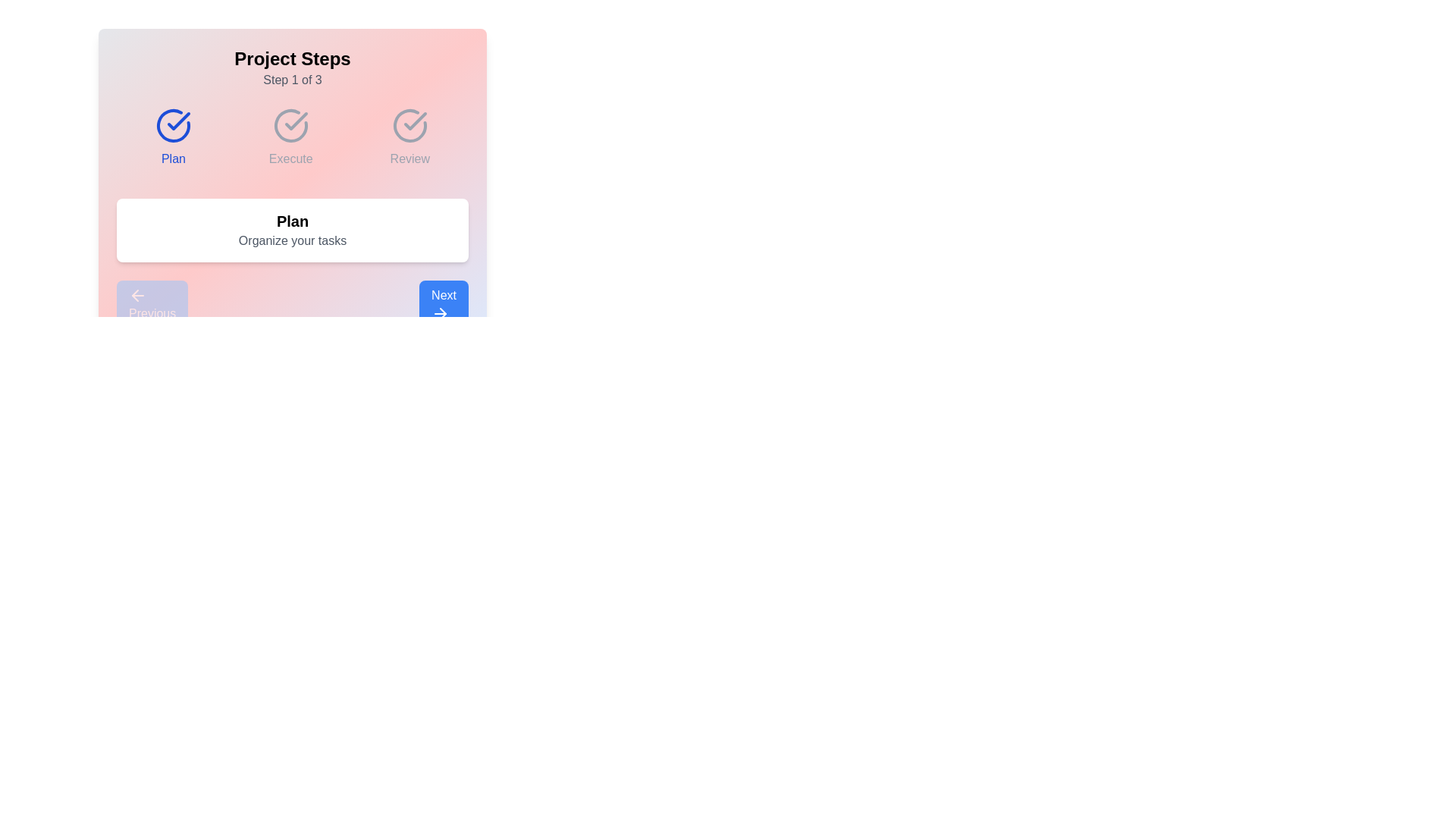 Image resolution: width=1456 pixels, height=819 pixels. What do you see at coordinates (292, 221) in the screenshot?
I see `the task title to highlight it for reading` at bounding box center [292, 221].